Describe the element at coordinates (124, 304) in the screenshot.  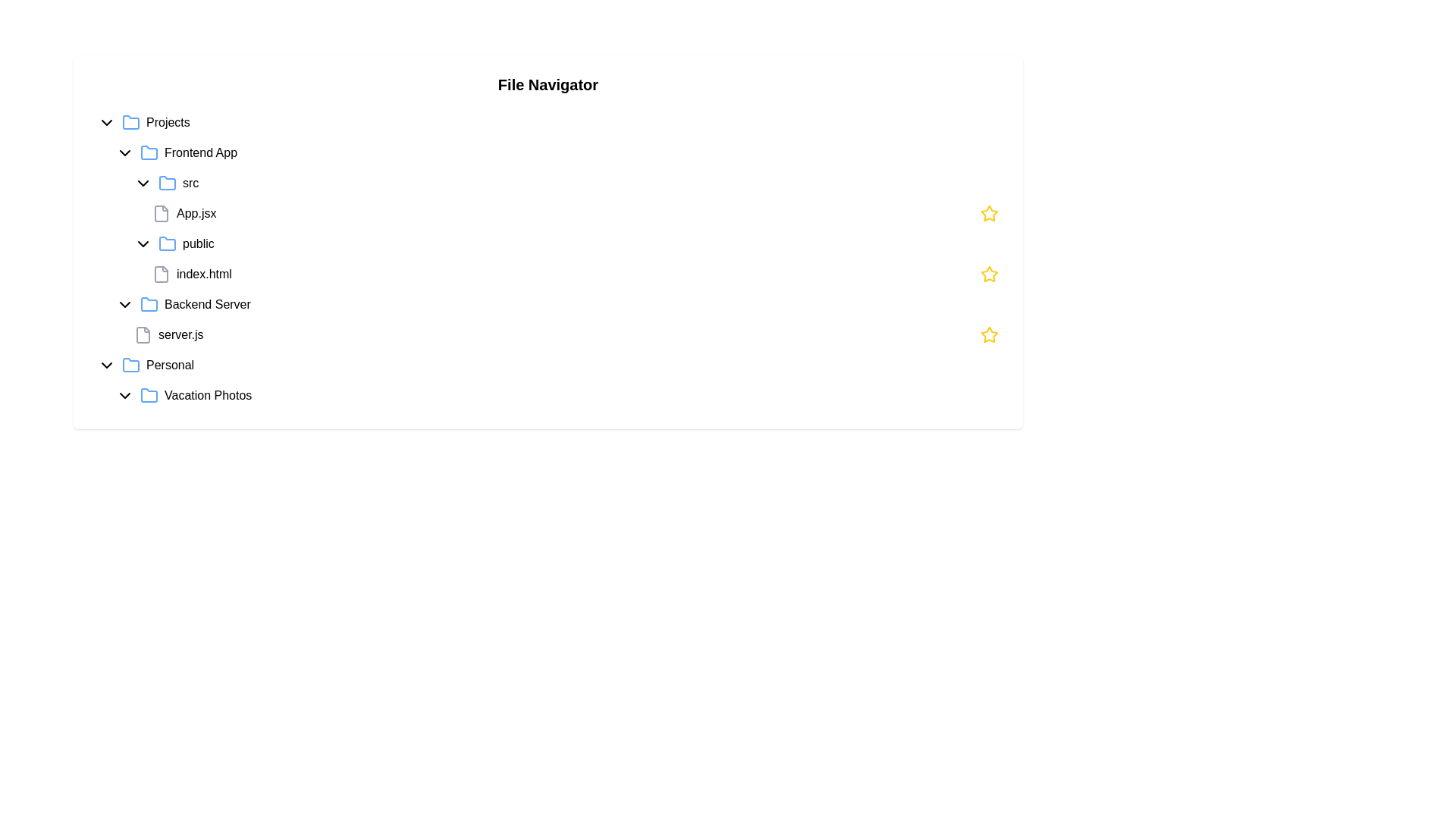
I see `the Dropdown indicator (chevron icon) on the left side of the 'Backend Server' entry` at that location.